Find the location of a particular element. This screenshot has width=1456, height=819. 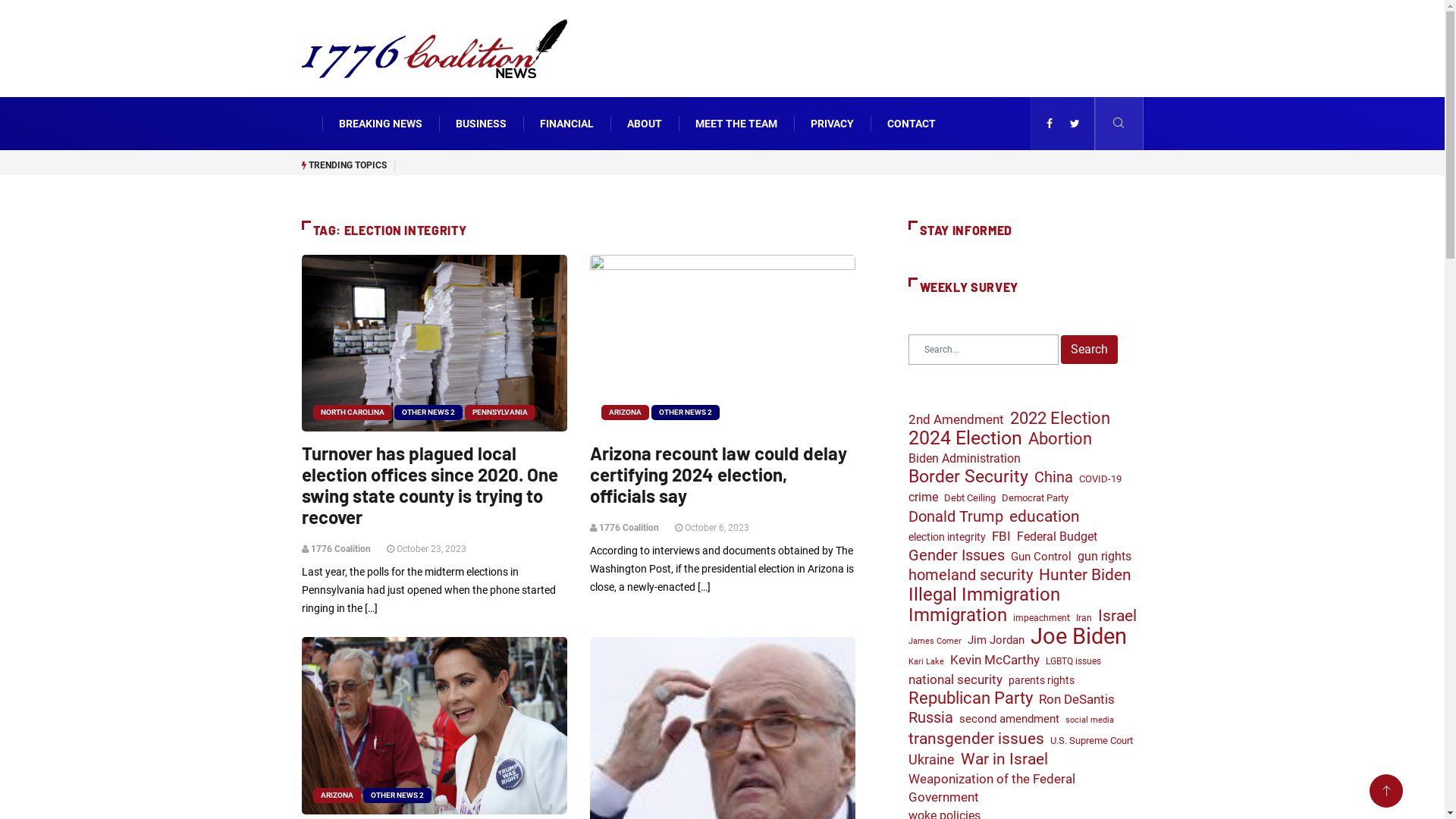

'Federal Budget' is located at coordinates (1015, 536).